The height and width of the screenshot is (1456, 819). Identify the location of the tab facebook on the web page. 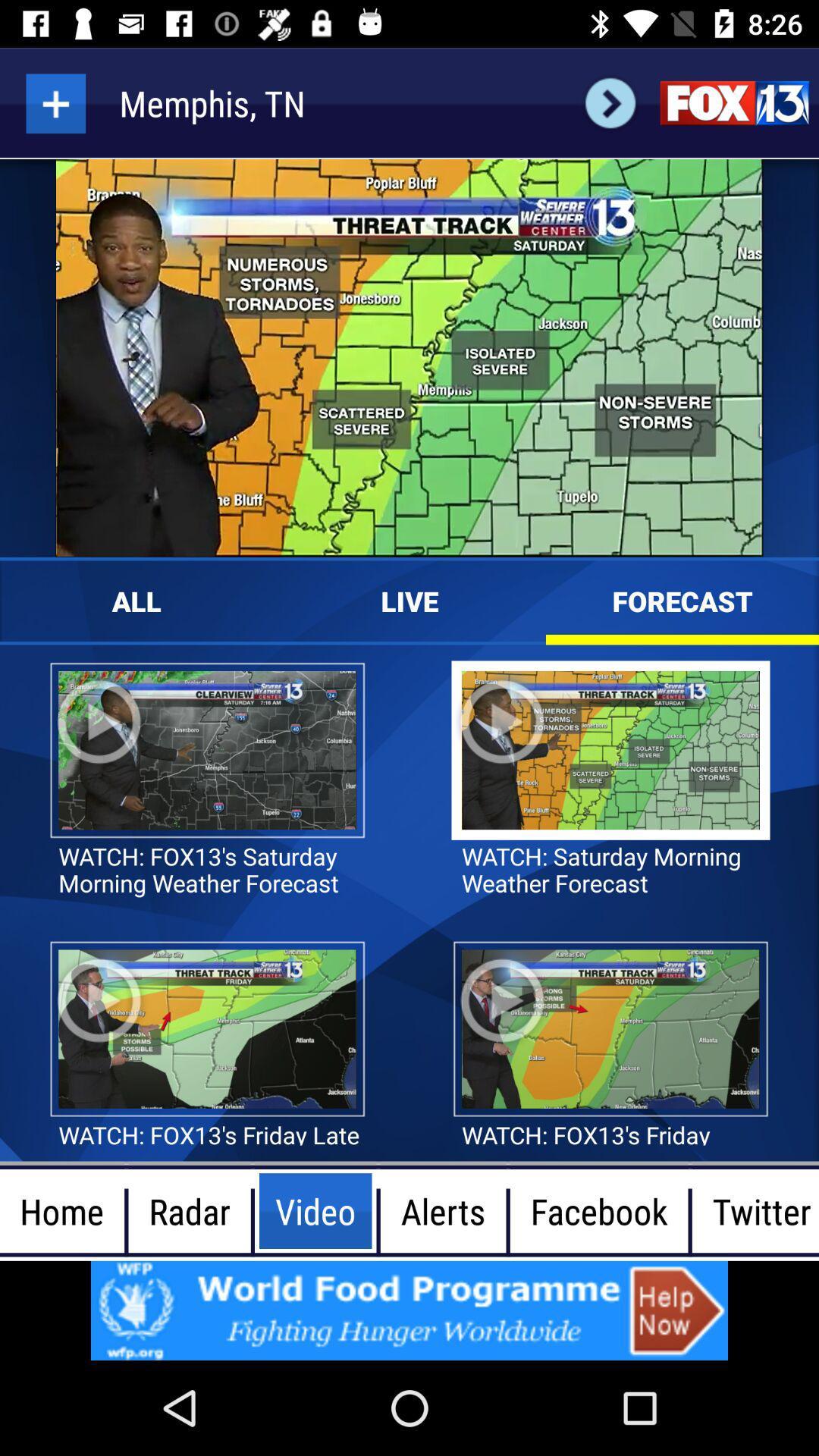
(598, 1210).